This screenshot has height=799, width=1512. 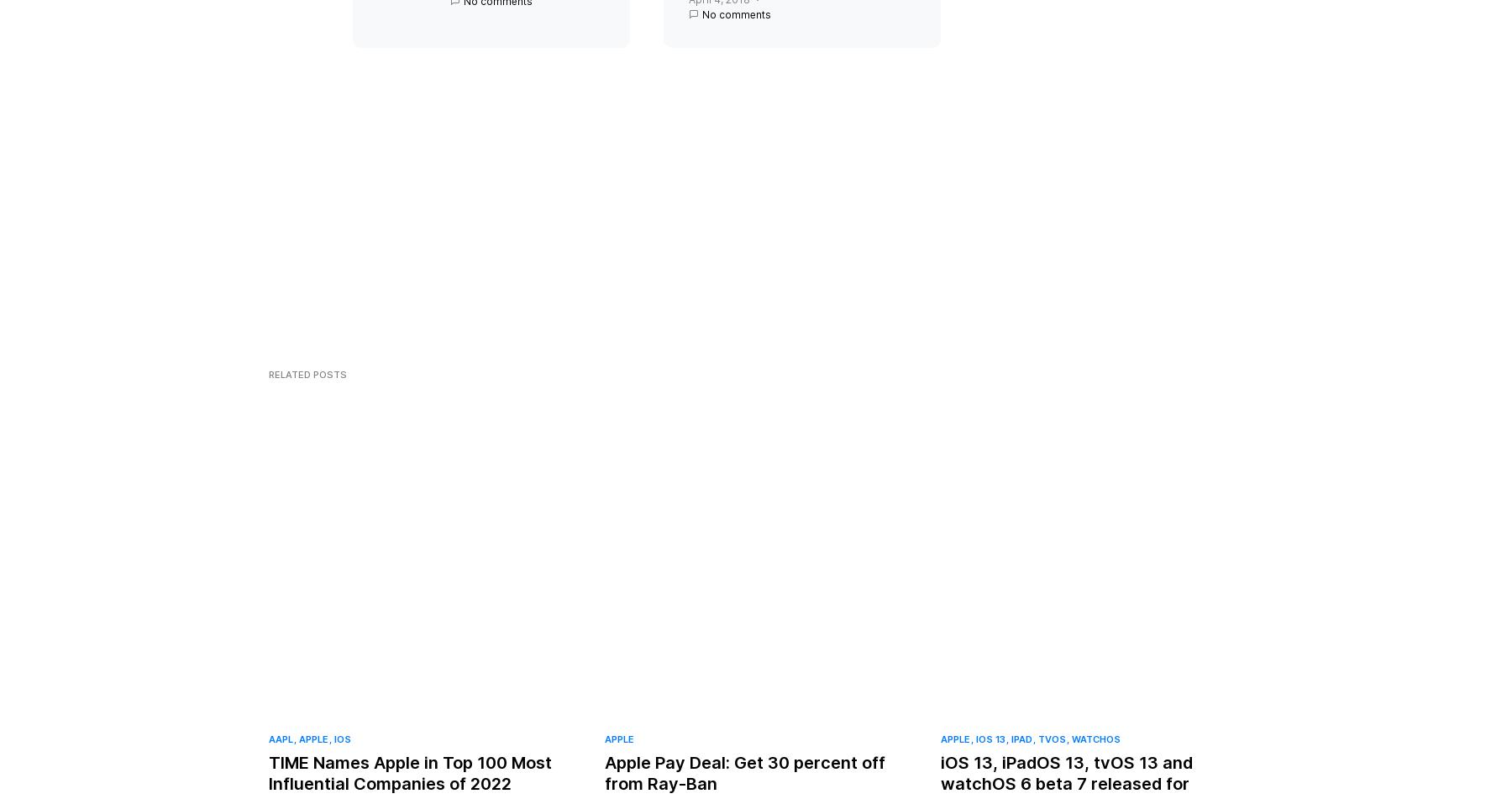 I want to click on 'AAPL', so click(x=268, y=754).